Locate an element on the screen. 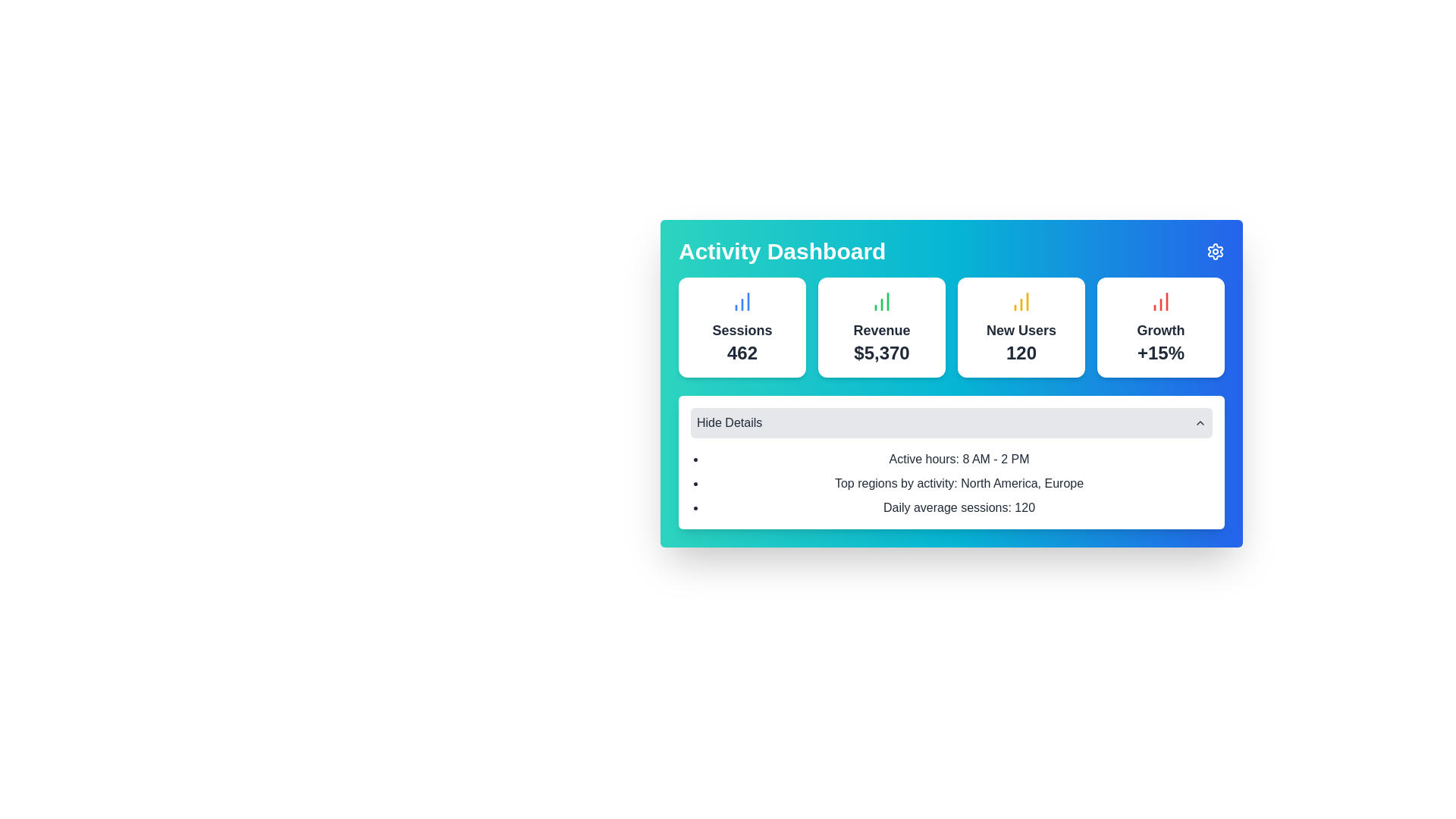 This screenshot has width=1456, height=819. the Text Label that serves as the title for the 'Activity Dashboard' section, located at the upper-left corner of the card-like component is located at coordinates (782, 250).